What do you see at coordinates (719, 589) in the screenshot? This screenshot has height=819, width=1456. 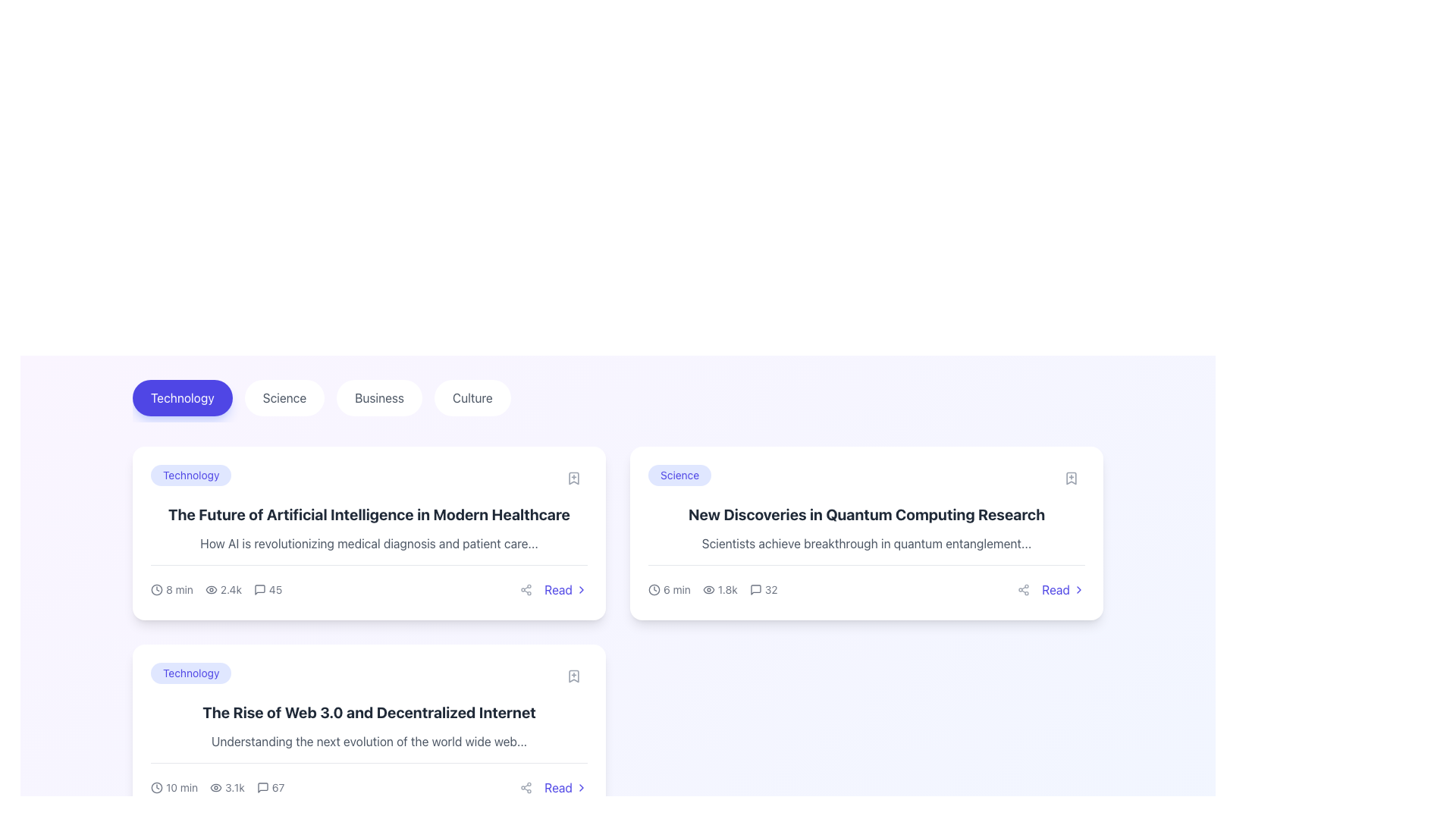 I see `the text display element showing the number of views or engagements in the second main card from the left, located below the card title and description` at bounding box center [719, 589].